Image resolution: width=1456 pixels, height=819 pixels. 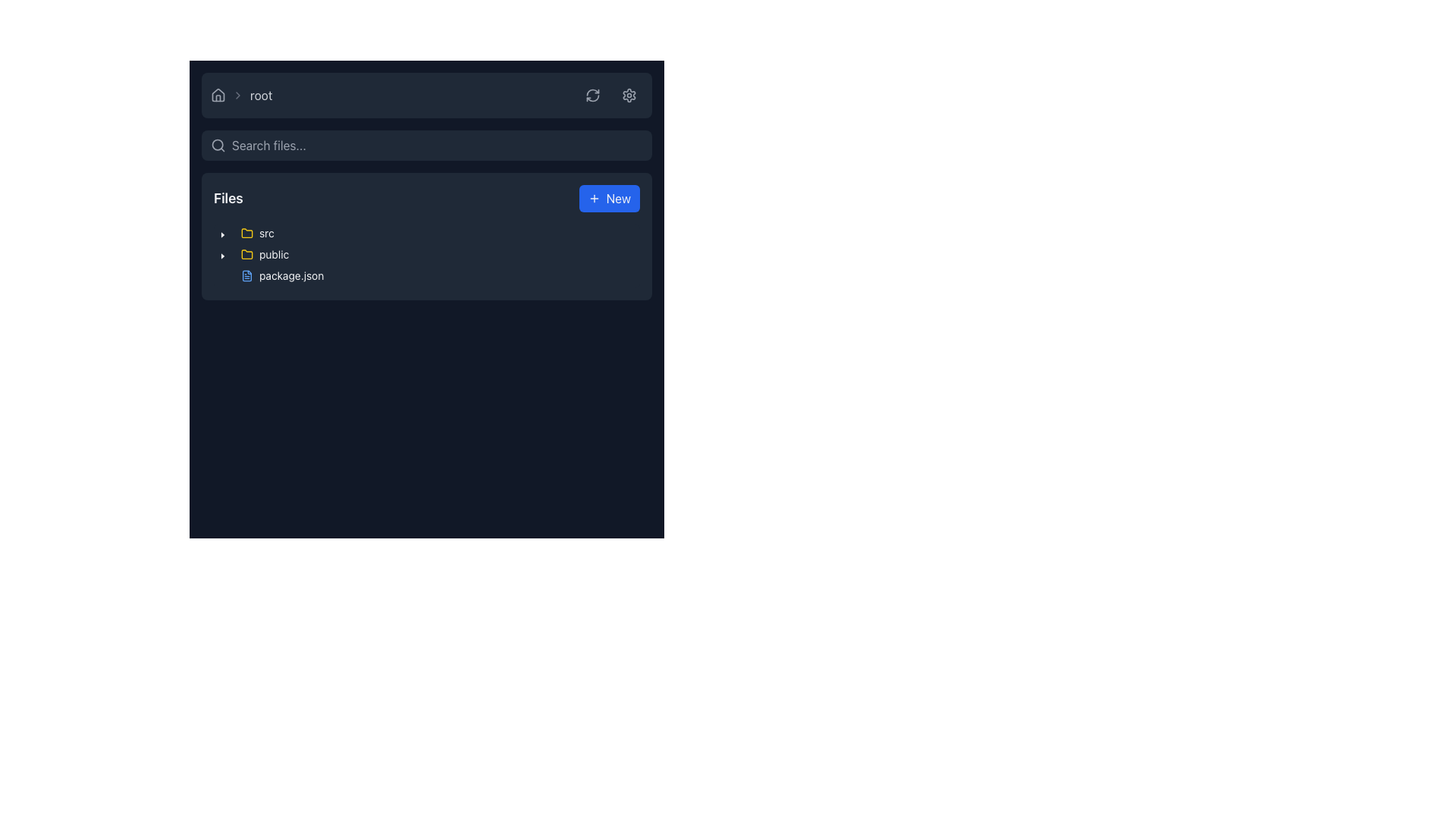 What do you see at coordinates (218, 96) in the screenshot?
I see `the small house-shaped icon located at the top-left corner of the horizontal toolbar` at bounding box center [218, 96].